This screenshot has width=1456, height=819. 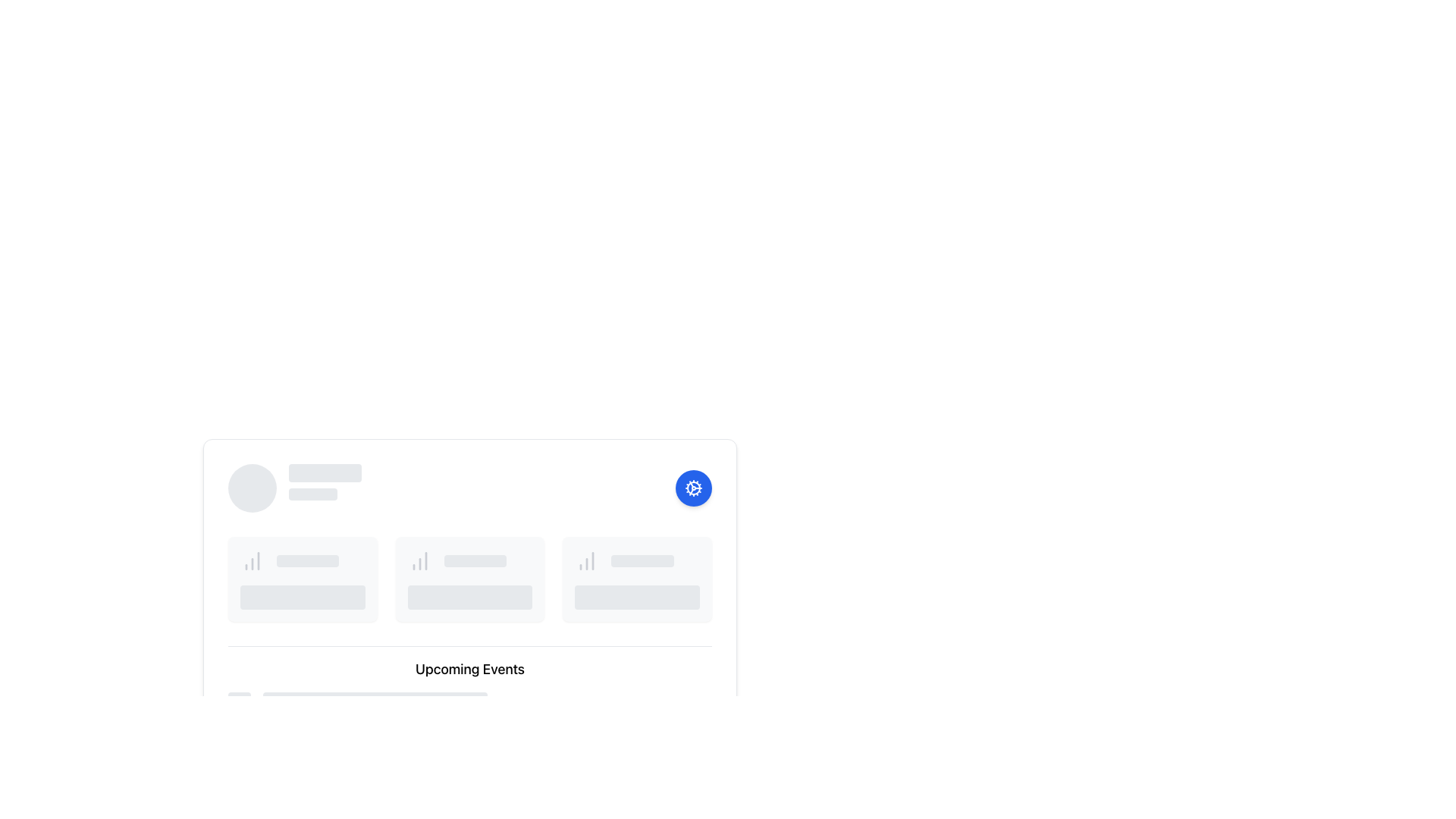 I want to click on the interactive green button located at the bottom-right corner of the view, so click(x=668, y=759).